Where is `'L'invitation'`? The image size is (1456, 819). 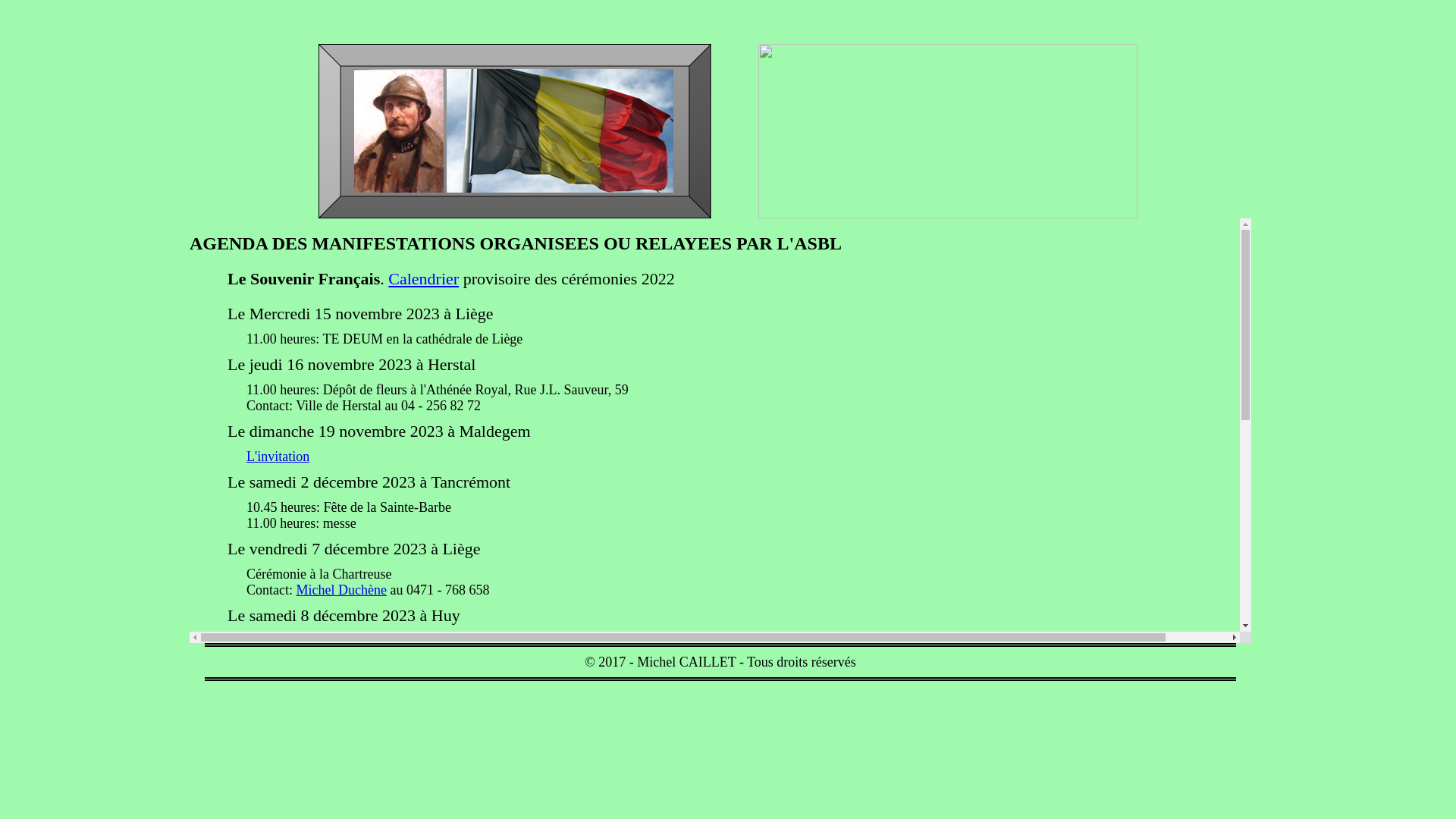 'L'invitation' is located at coordinates (278, 455).